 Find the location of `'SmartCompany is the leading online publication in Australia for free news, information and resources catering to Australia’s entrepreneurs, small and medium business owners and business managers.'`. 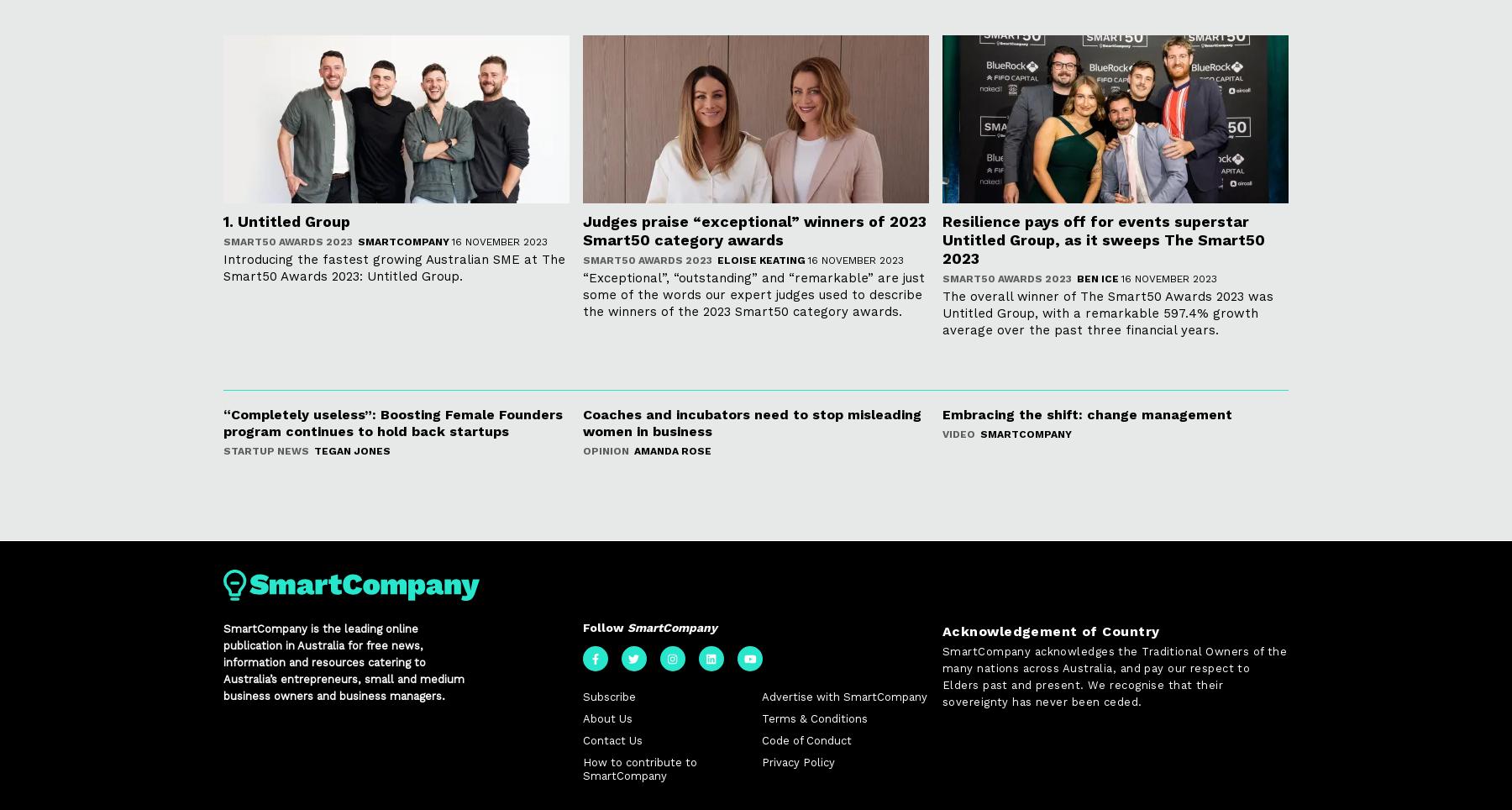

'SmartCompany is the leading online publication in Australia for free news, information and resources catering to Australia’s entrepreneurs, small and medium business owners and business managers.' is located at coordinates (221, 663).